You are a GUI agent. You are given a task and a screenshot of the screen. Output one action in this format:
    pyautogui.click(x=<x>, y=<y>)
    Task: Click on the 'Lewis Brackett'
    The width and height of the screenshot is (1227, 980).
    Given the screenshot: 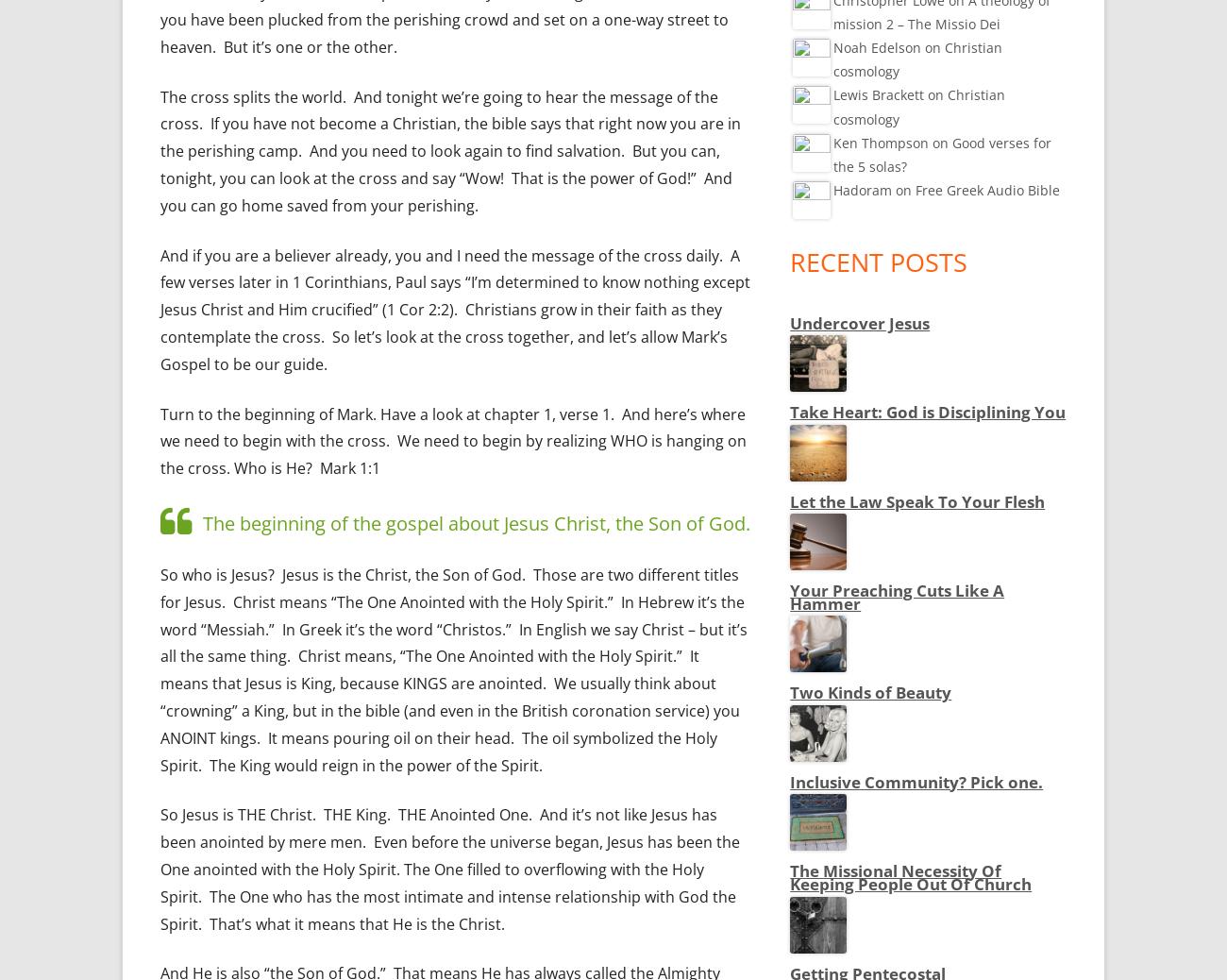 What is the action you would take?
    pyautogui.click(x=879, y=93)
    